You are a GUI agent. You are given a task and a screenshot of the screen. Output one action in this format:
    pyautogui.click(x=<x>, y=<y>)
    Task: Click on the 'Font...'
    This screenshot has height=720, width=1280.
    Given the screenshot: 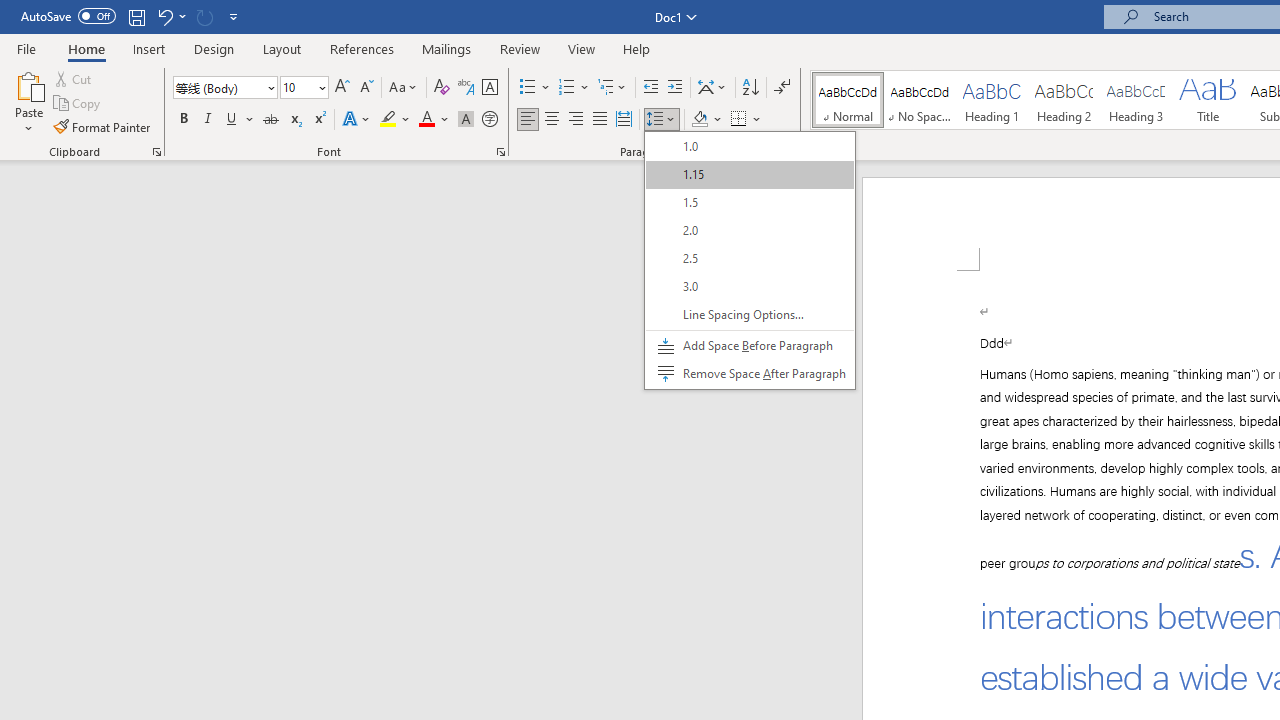 What is the action you would take?
    pyautogui.click(x=501, y=150)
    